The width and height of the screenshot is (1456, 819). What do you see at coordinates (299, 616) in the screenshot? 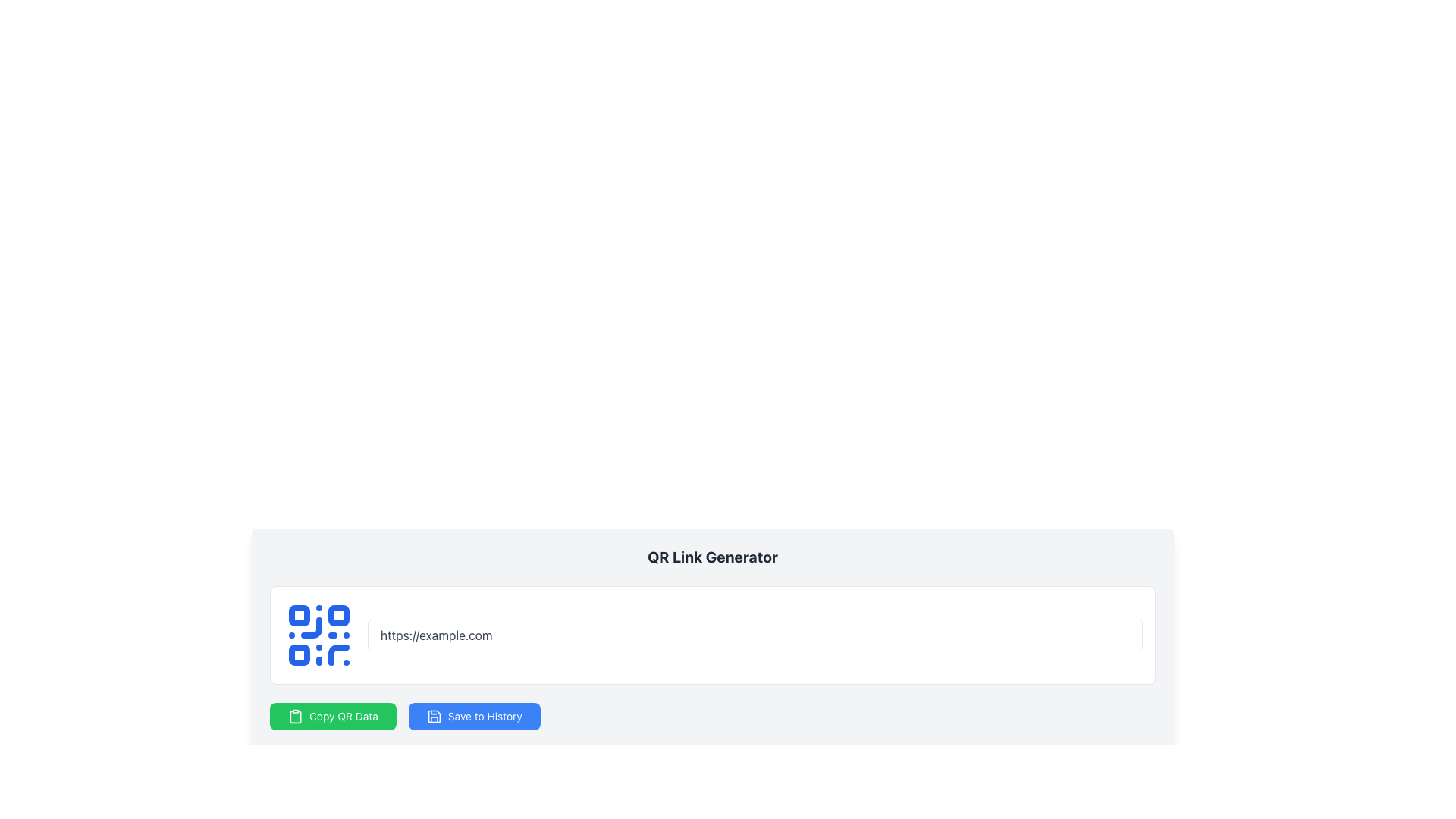
I see `the small rounded rectangular Decorative block located at the top-left corner of the QR code graphic` at bounding box center [299, 616].